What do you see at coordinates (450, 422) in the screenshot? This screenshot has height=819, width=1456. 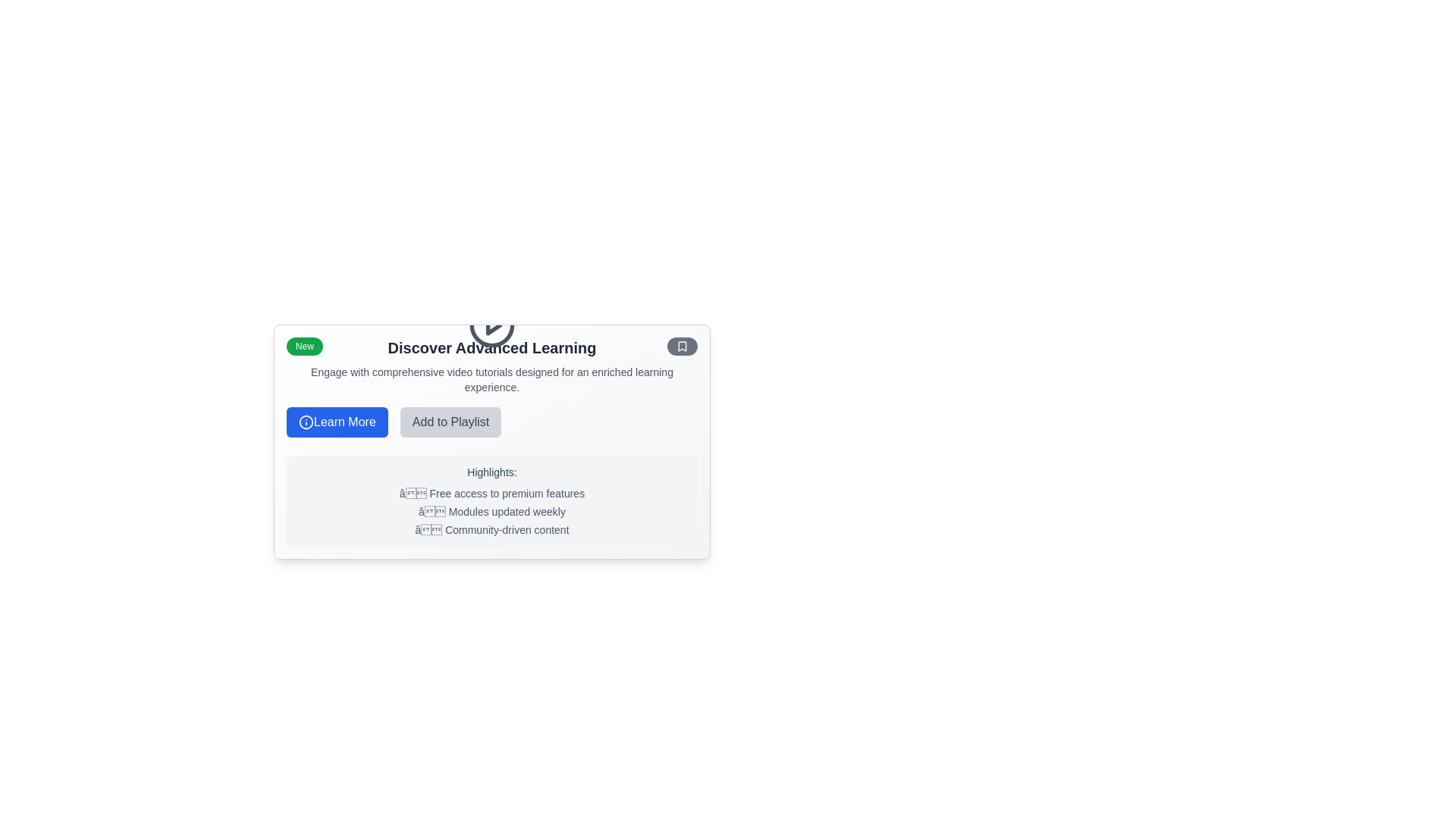 I see `the 'Add to Playlist' button, which is a rectangular button with a gray background and slightly rounded corners, located to the right of the 'Learn More' button` at bounding box center [450, 422].